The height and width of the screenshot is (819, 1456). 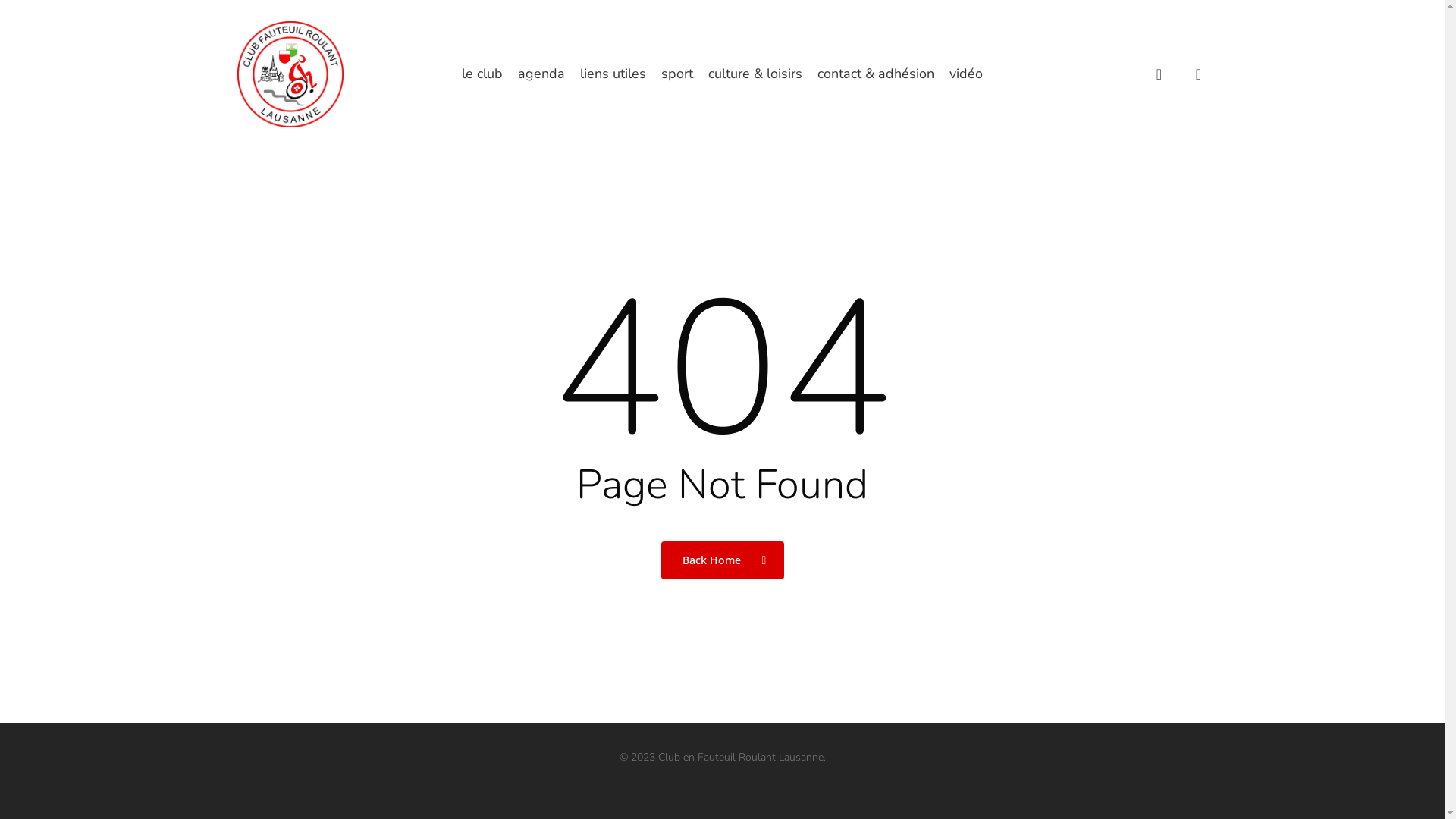 I want to click on 'sport', so click(x=676, y=74).